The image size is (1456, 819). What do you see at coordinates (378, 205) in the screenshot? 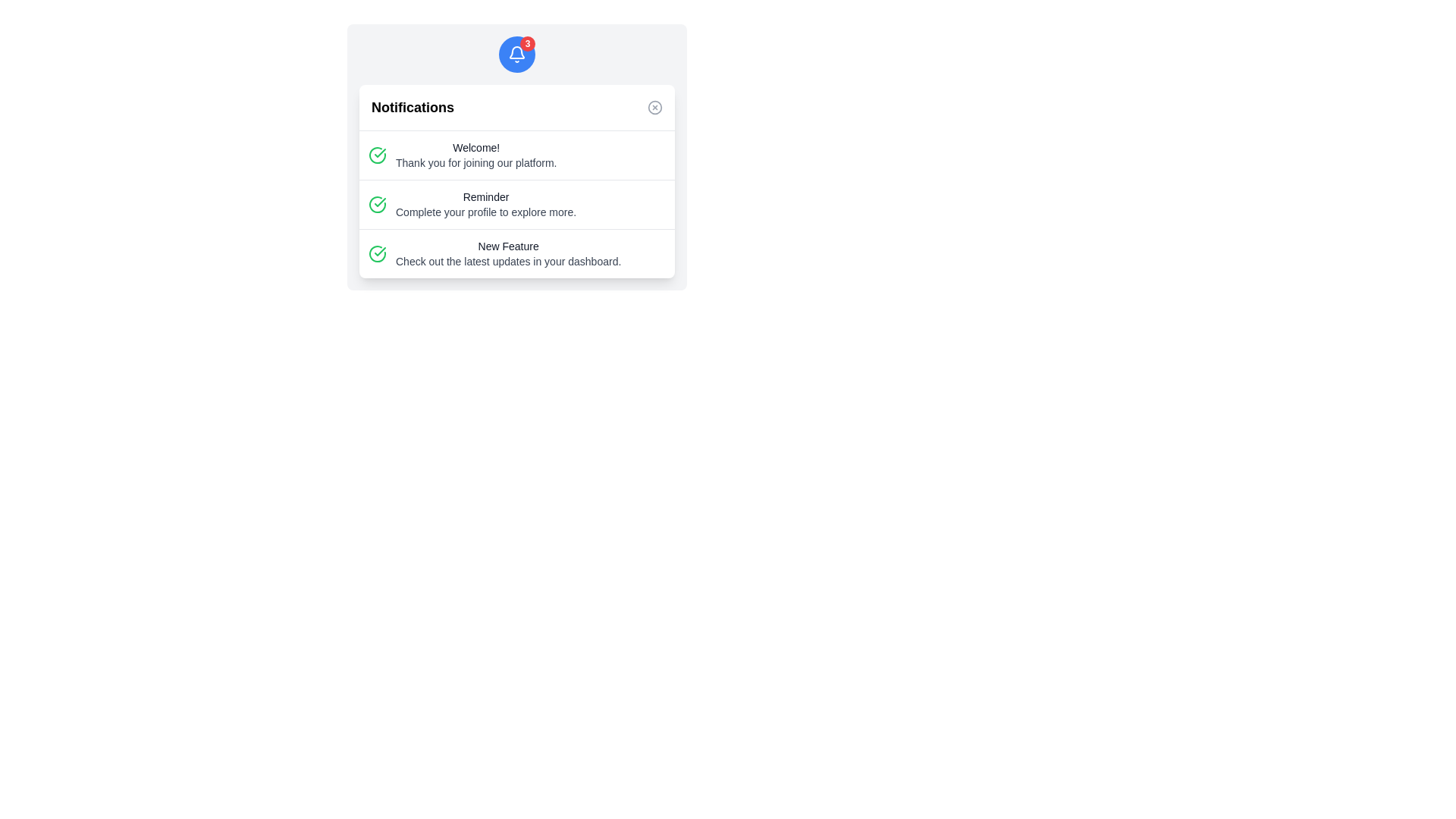
I see `the graphic icon representing the status of the notification titled 'Reminder', which indicates completion or acknowledgment` at bounding box center [378, 205].